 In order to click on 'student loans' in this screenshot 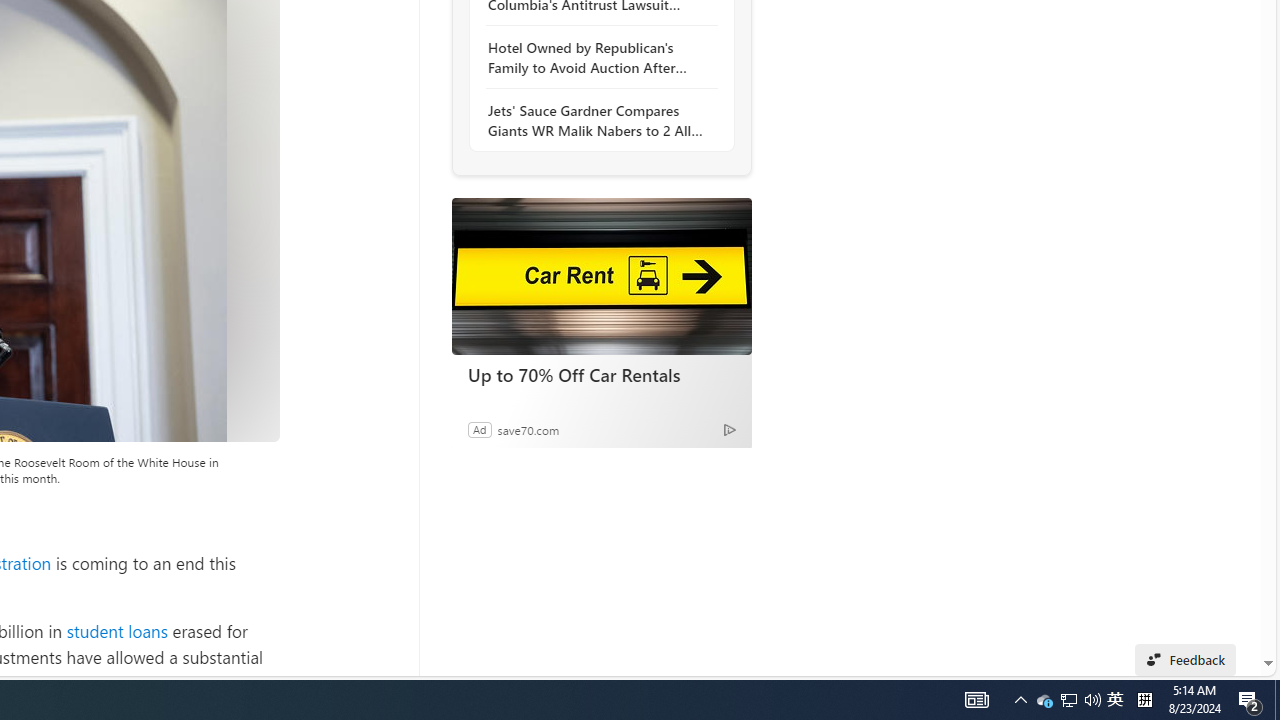, I will do `click(116, 631)`.